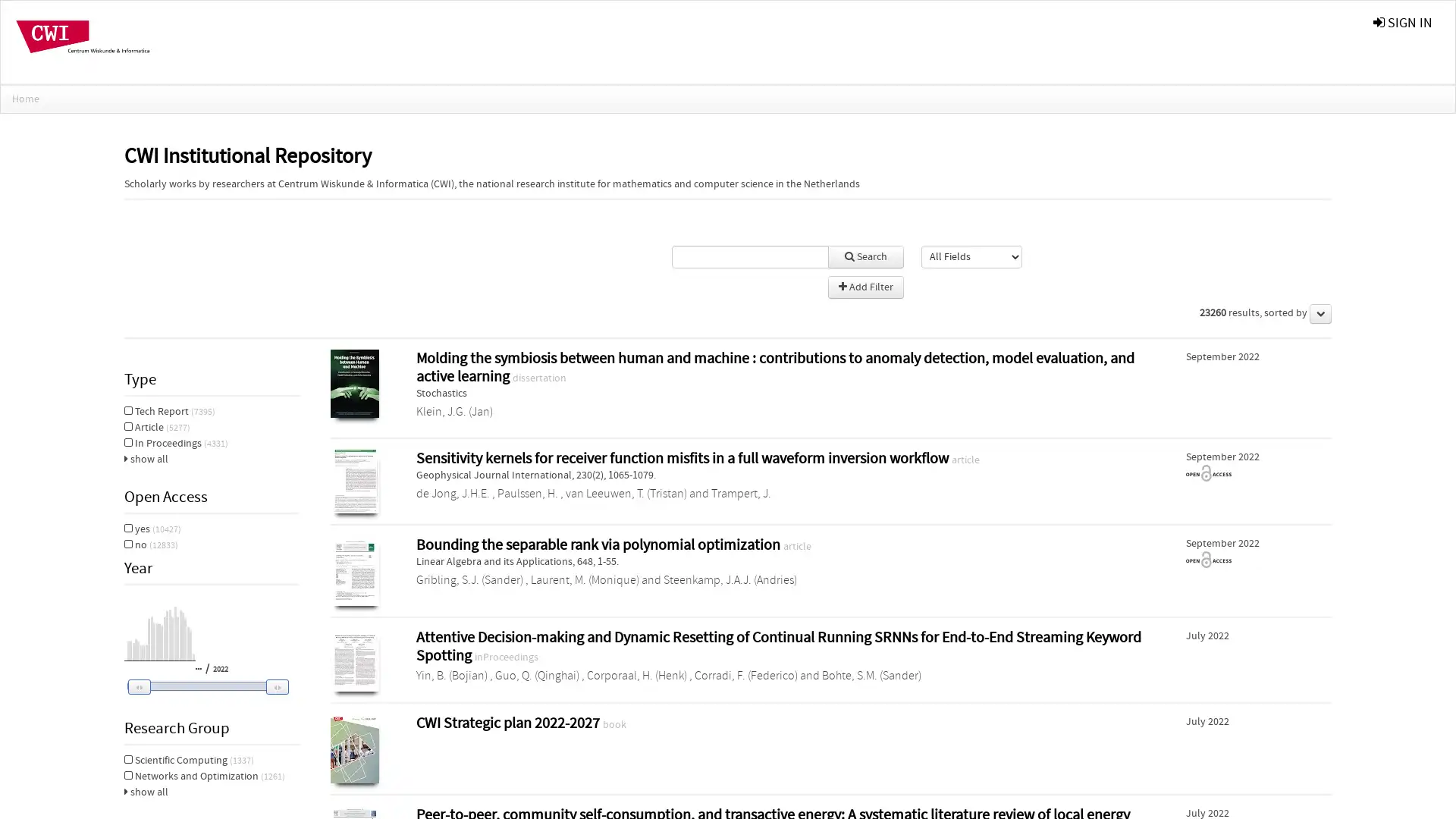 The height and width of the screenshot is (819, 1456). I want to click on Add Filter, so click(865, 287).